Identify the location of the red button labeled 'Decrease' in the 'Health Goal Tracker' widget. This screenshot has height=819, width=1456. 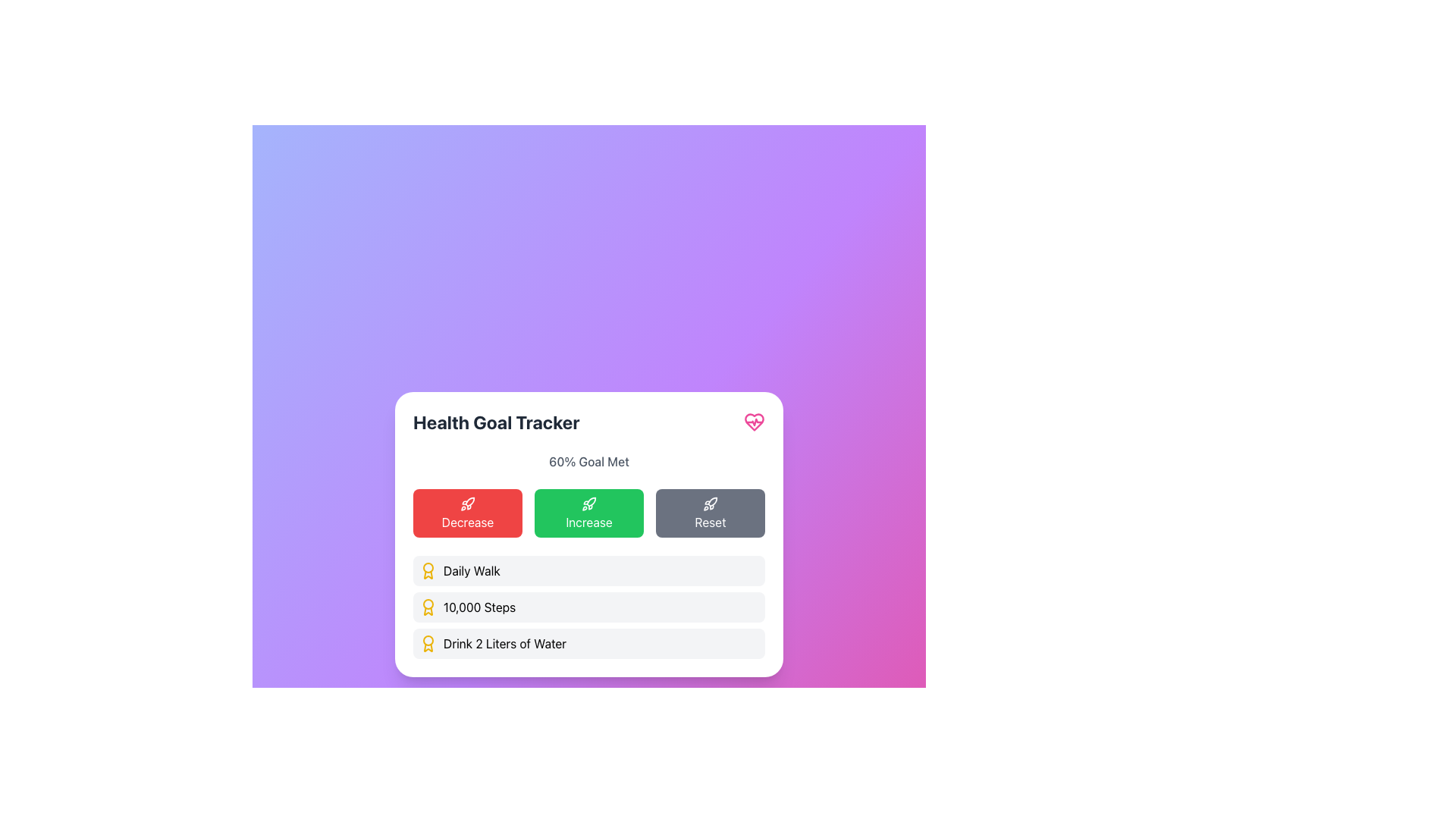
(467, 513).